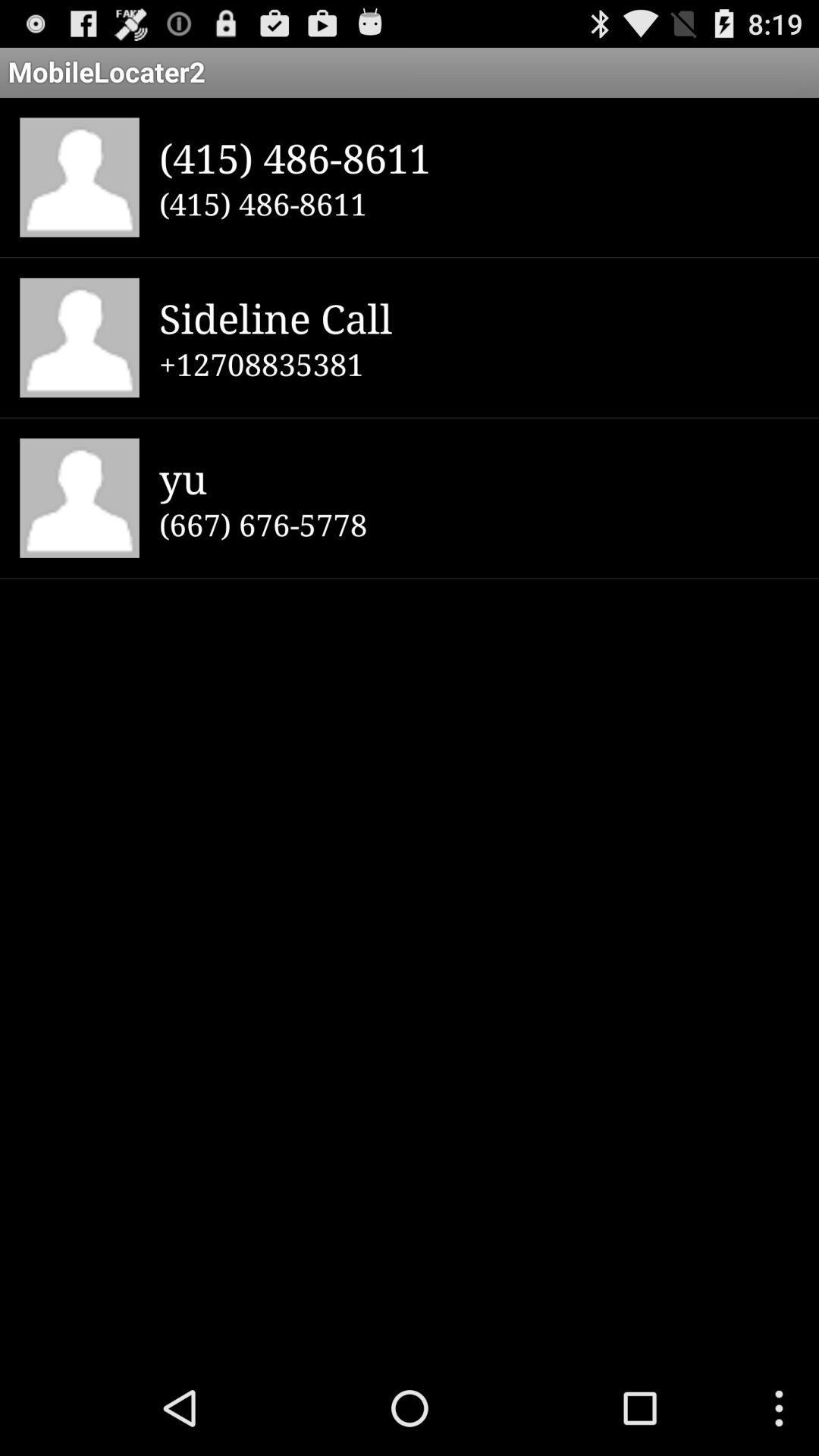 The image size is (819, 1456). I want to click on app at the center, so click(479, 524).